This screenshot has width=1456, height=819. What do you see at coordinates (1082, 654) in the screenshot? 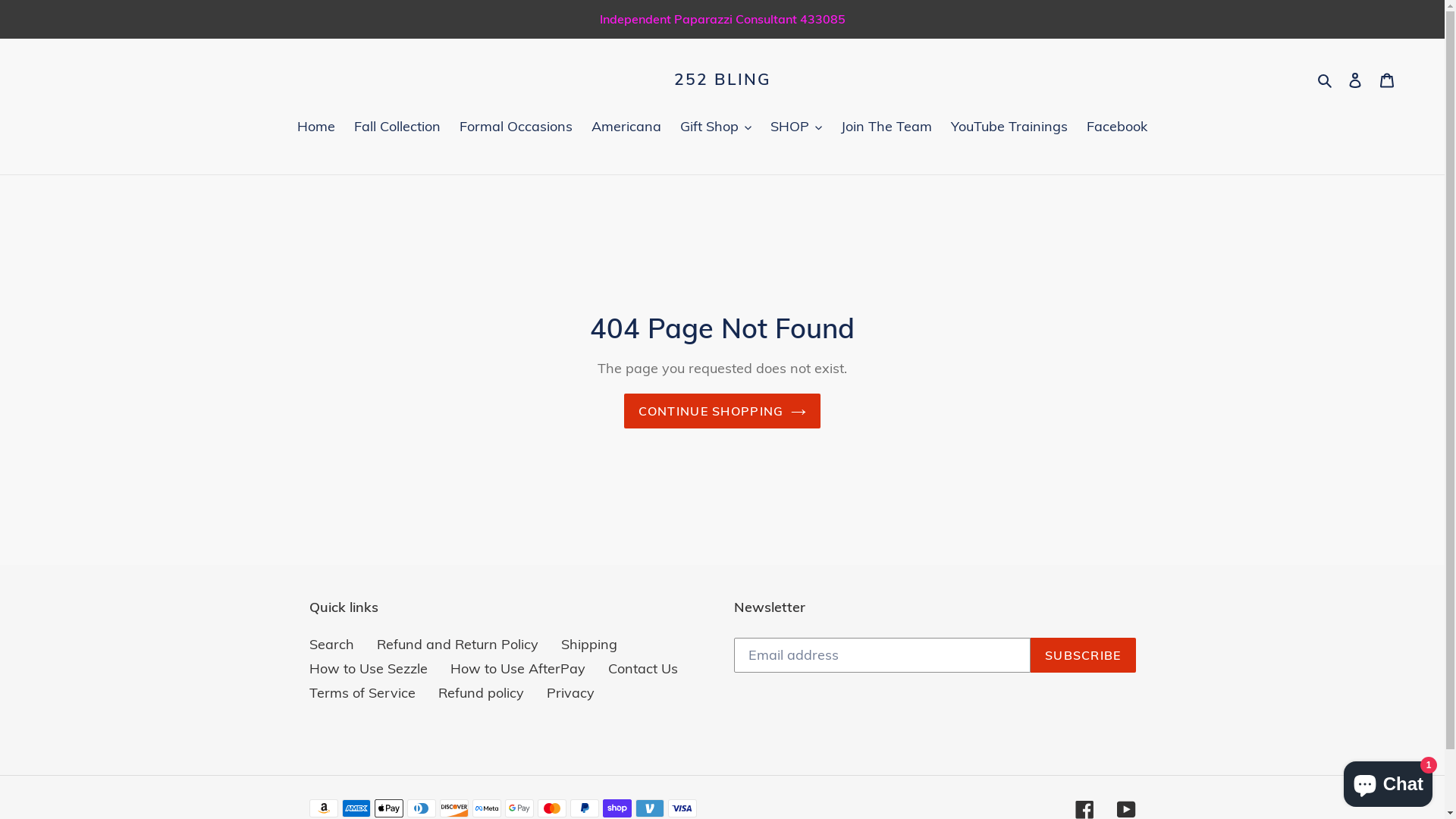
I see `'SUBSCRIBE'` at bounding box center [1082, 654].